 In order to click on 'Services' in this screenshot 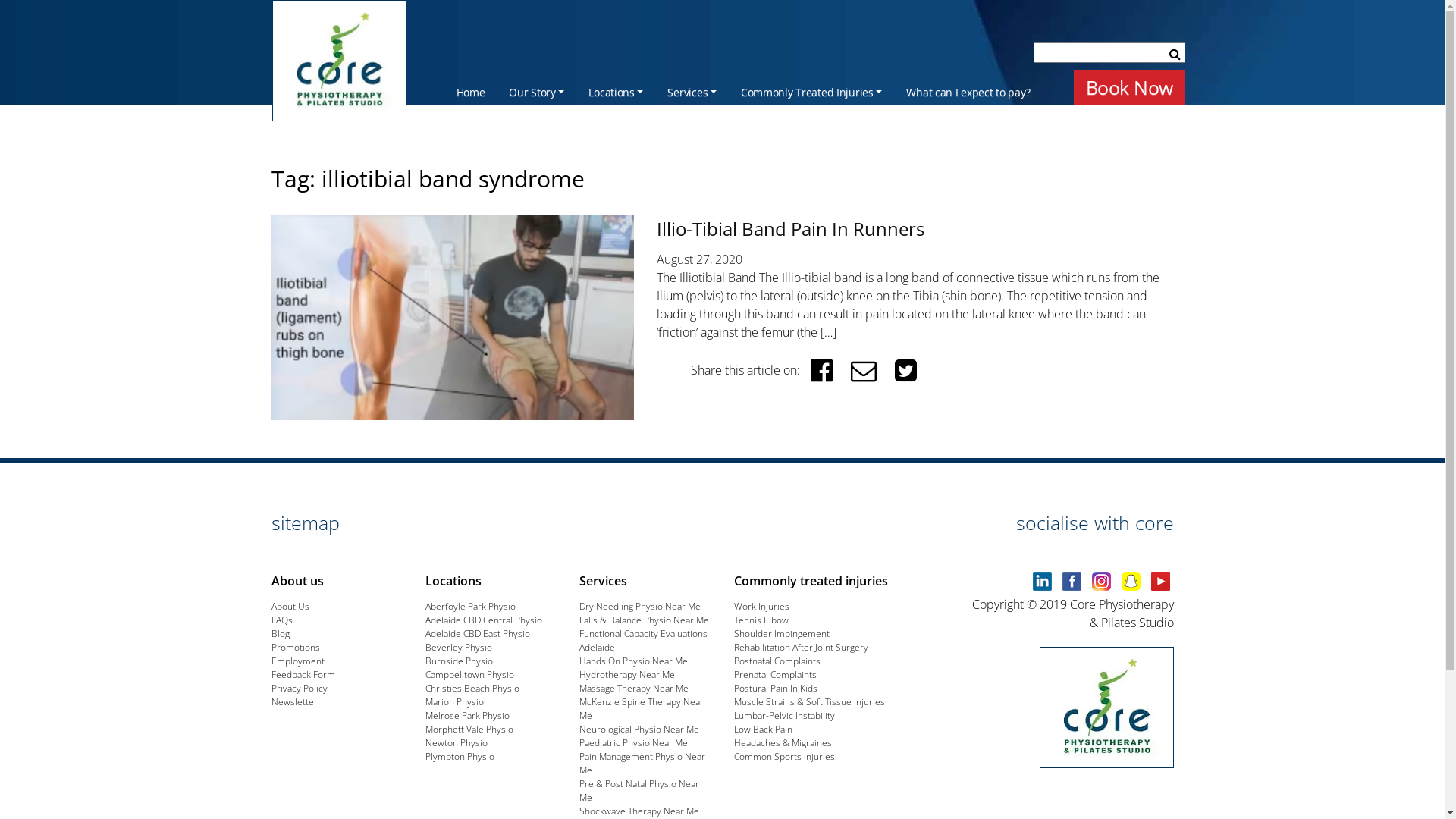, I will do `click(691, 91)`.